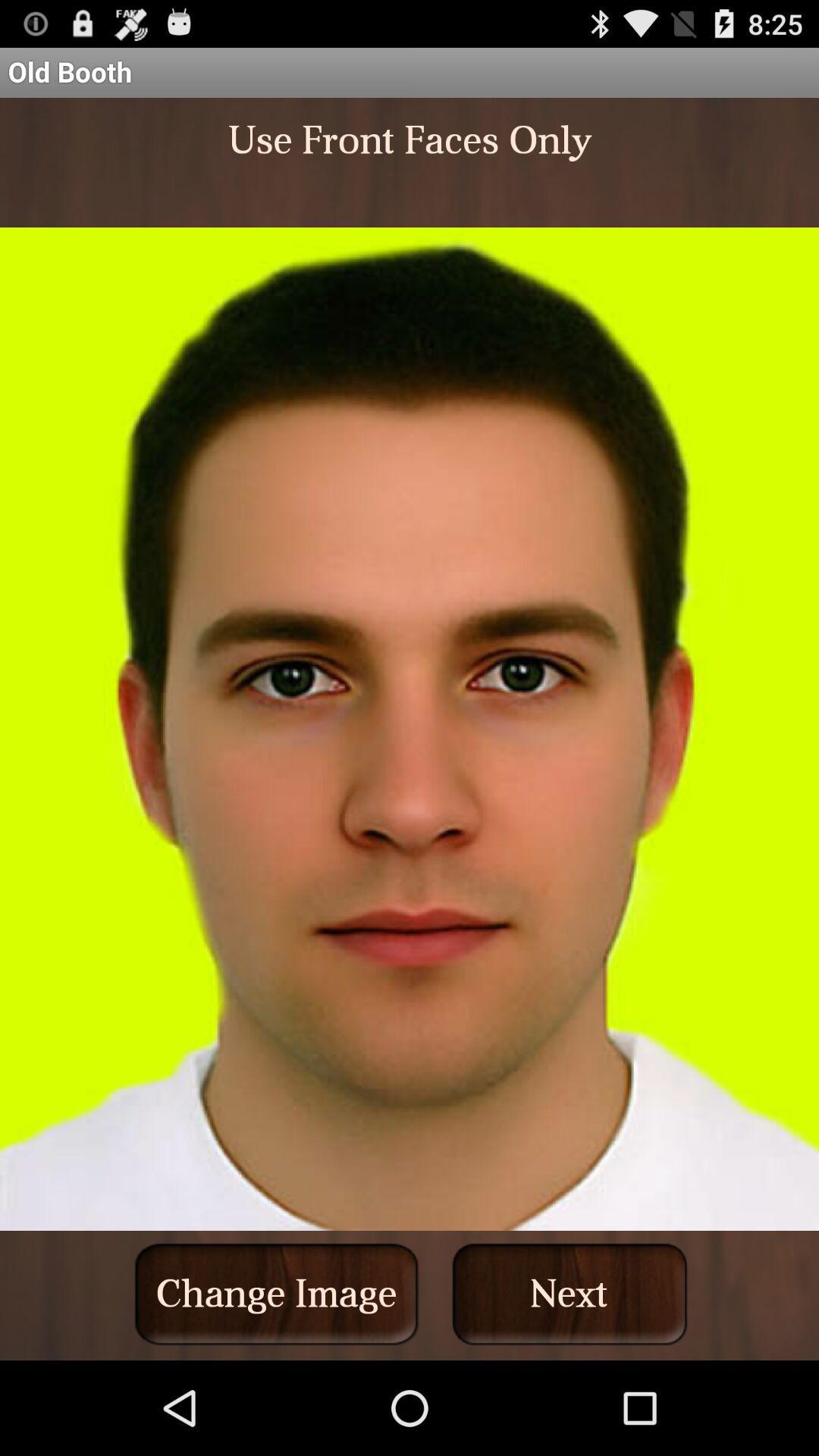  I want to click on the next button, so click(570, 1293).